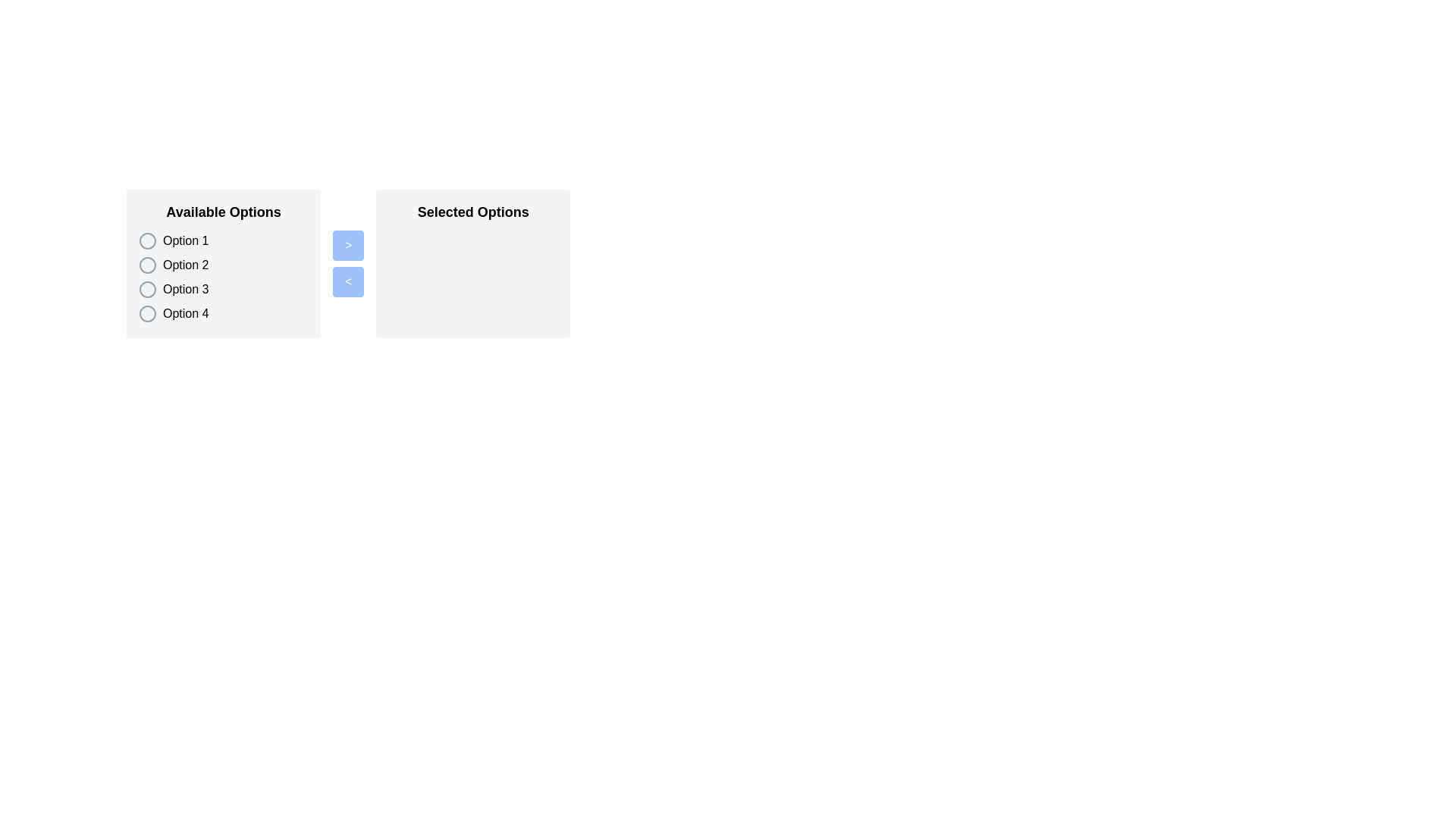 This screenshot has height=819, width=1456. Describe the element at coordinates (222, 262) in the screenshot. I see `the radio option labeled 'Option 2' under the 'Available Options' section, which is styled with a large bold font and is the second selectable option in the list` at that location.